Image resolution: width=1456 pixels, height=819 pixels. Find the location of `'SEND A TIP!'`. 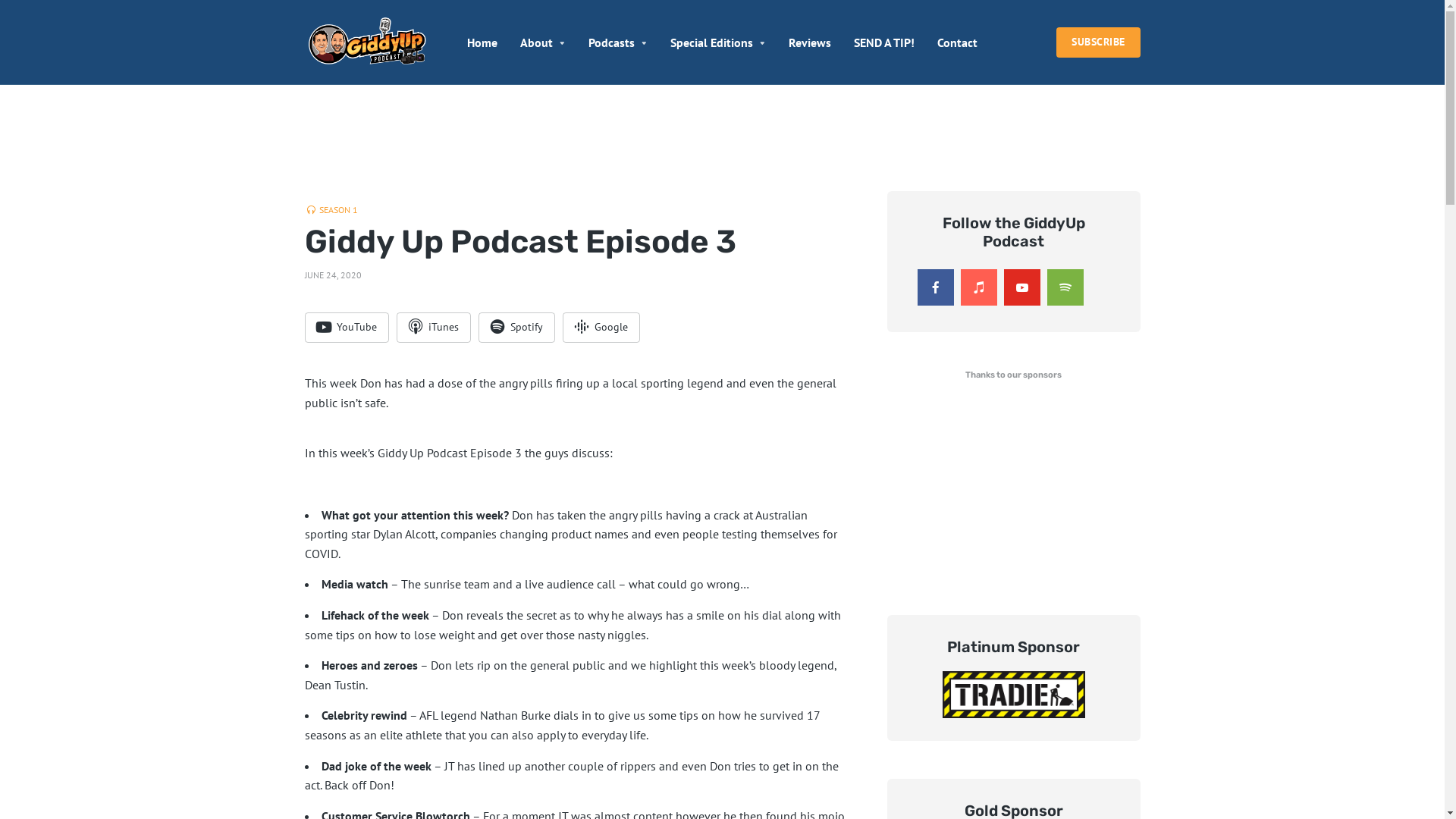

'SEND A TIP!' is located at coordinates (884, 42).